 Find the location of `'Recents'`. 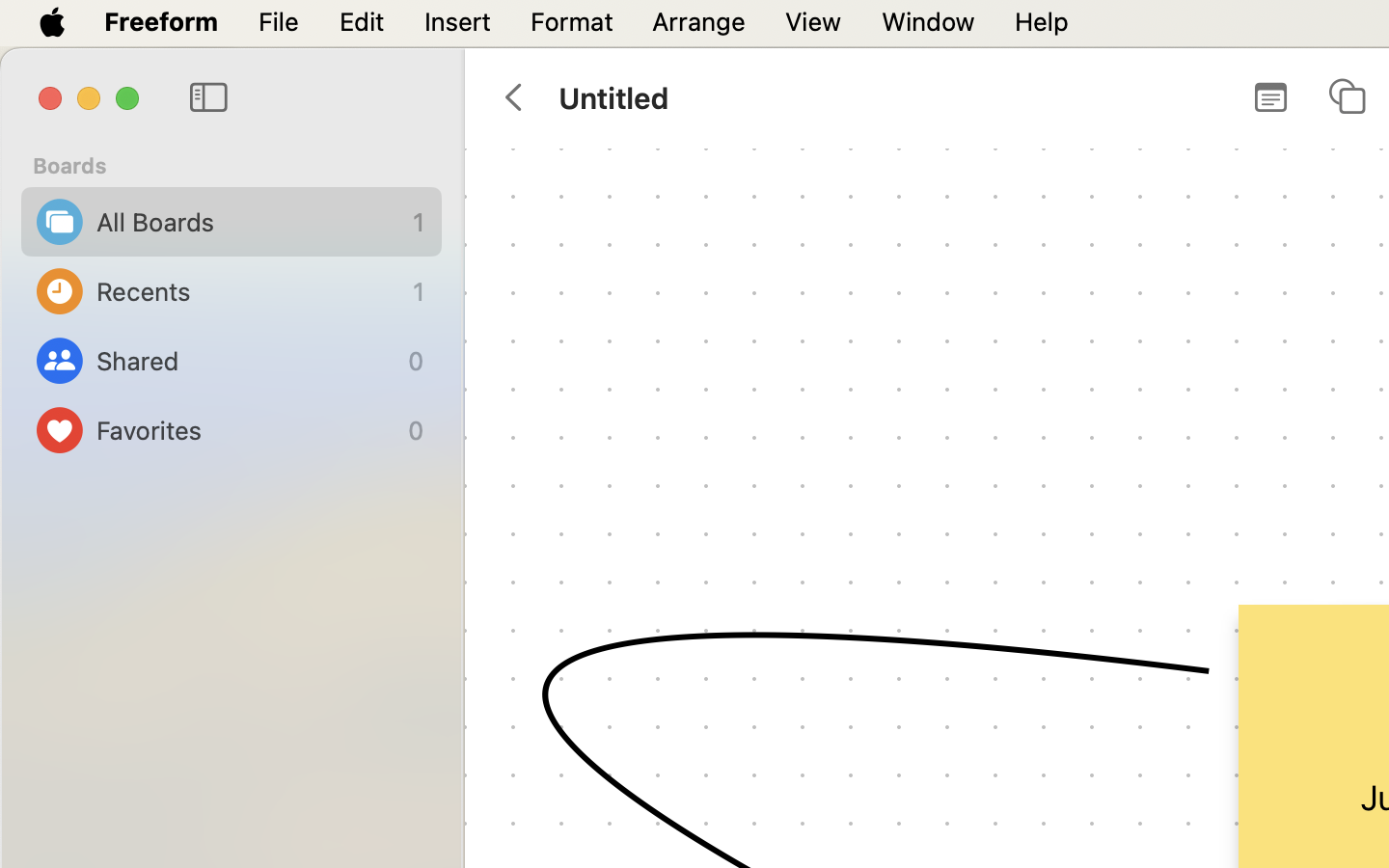

'Recents' is located at coordinates (249, 290).